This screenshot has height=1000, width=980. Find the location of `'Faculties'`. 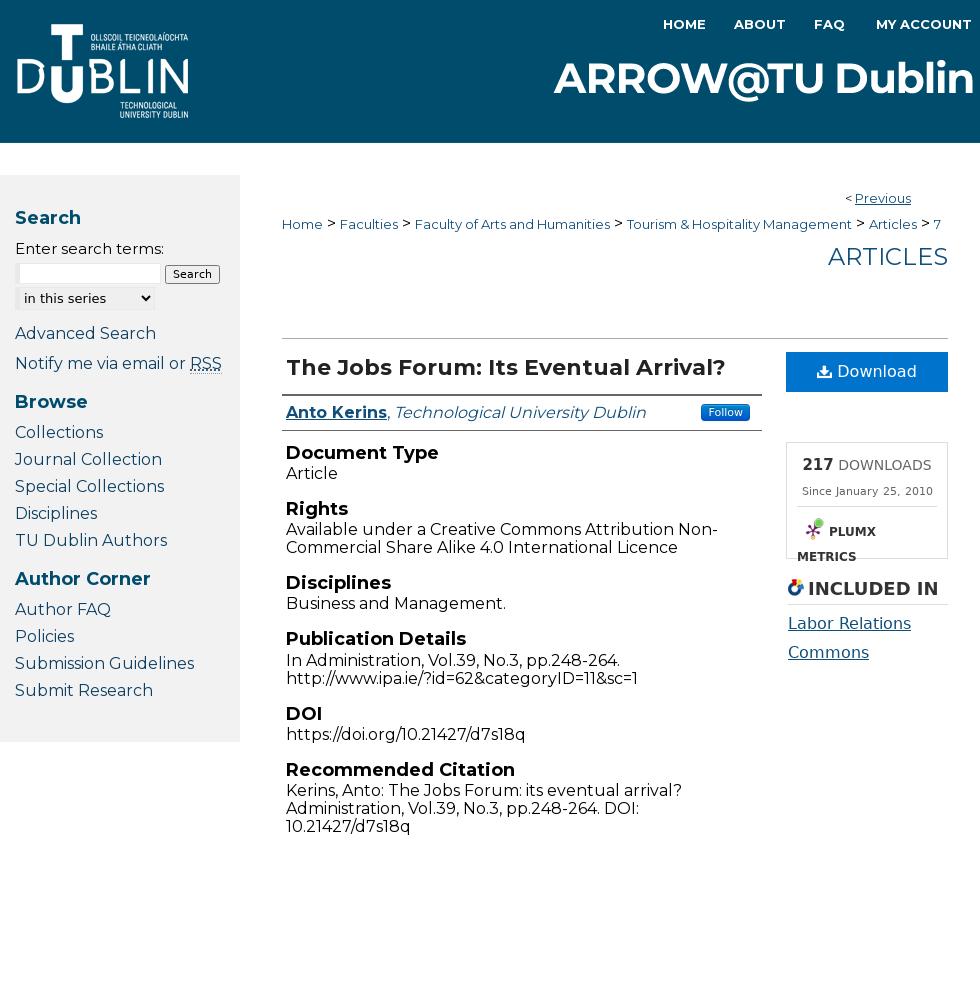

'Faculties' is located at coordinates (368, 223).